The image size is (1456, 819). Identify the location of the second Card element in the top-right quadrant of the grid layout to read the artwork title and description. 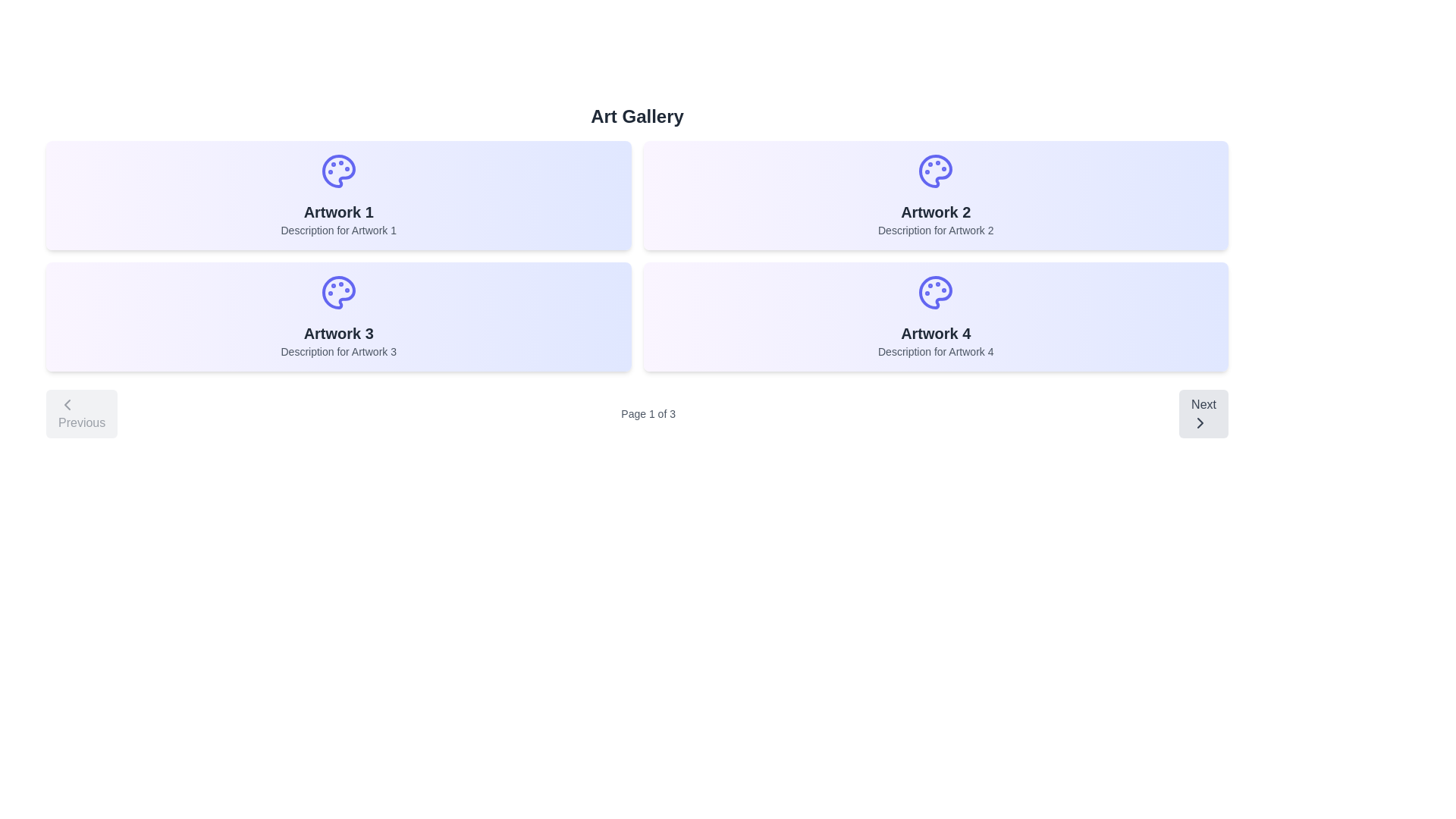
(934, 195).